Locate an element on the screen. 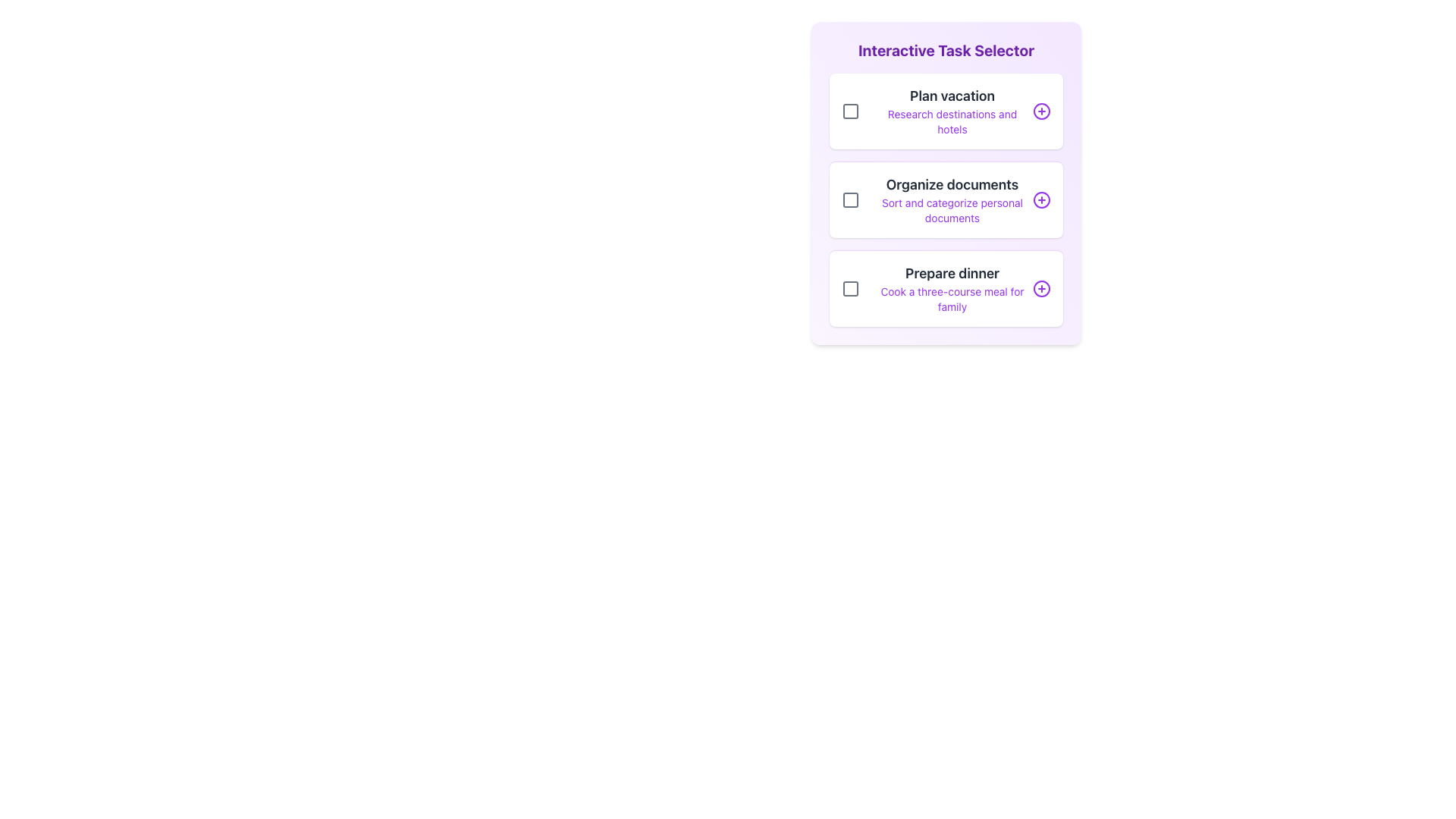 This screenshot has height=819, width=1456. the third item in the task list, which includes a checkbox, located within the 'Interactive Task Selector' box is located at coordinates (937, 289).